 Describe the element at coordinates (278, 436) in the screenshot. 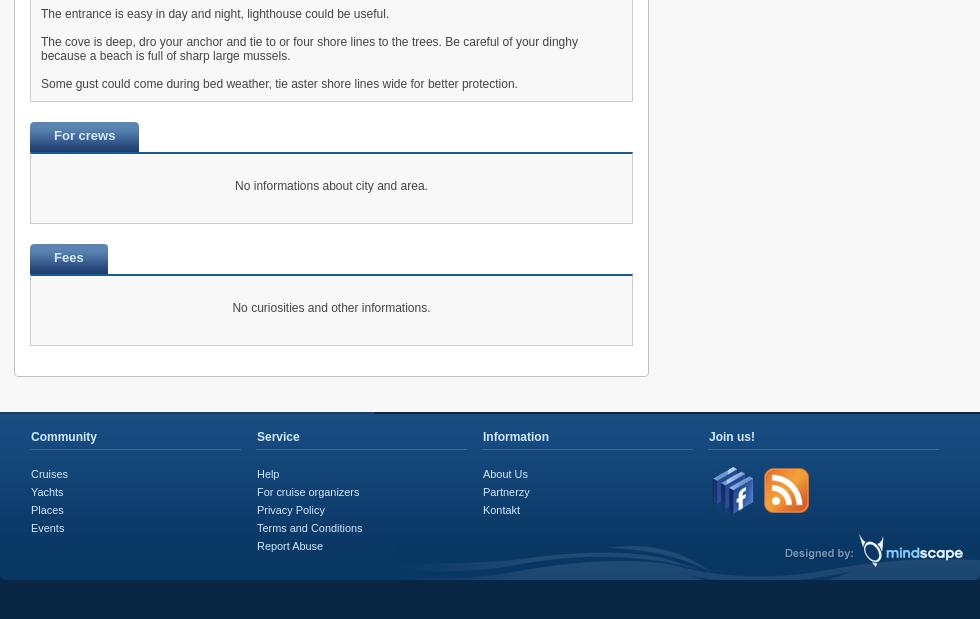

I see `'Service'` at that location.